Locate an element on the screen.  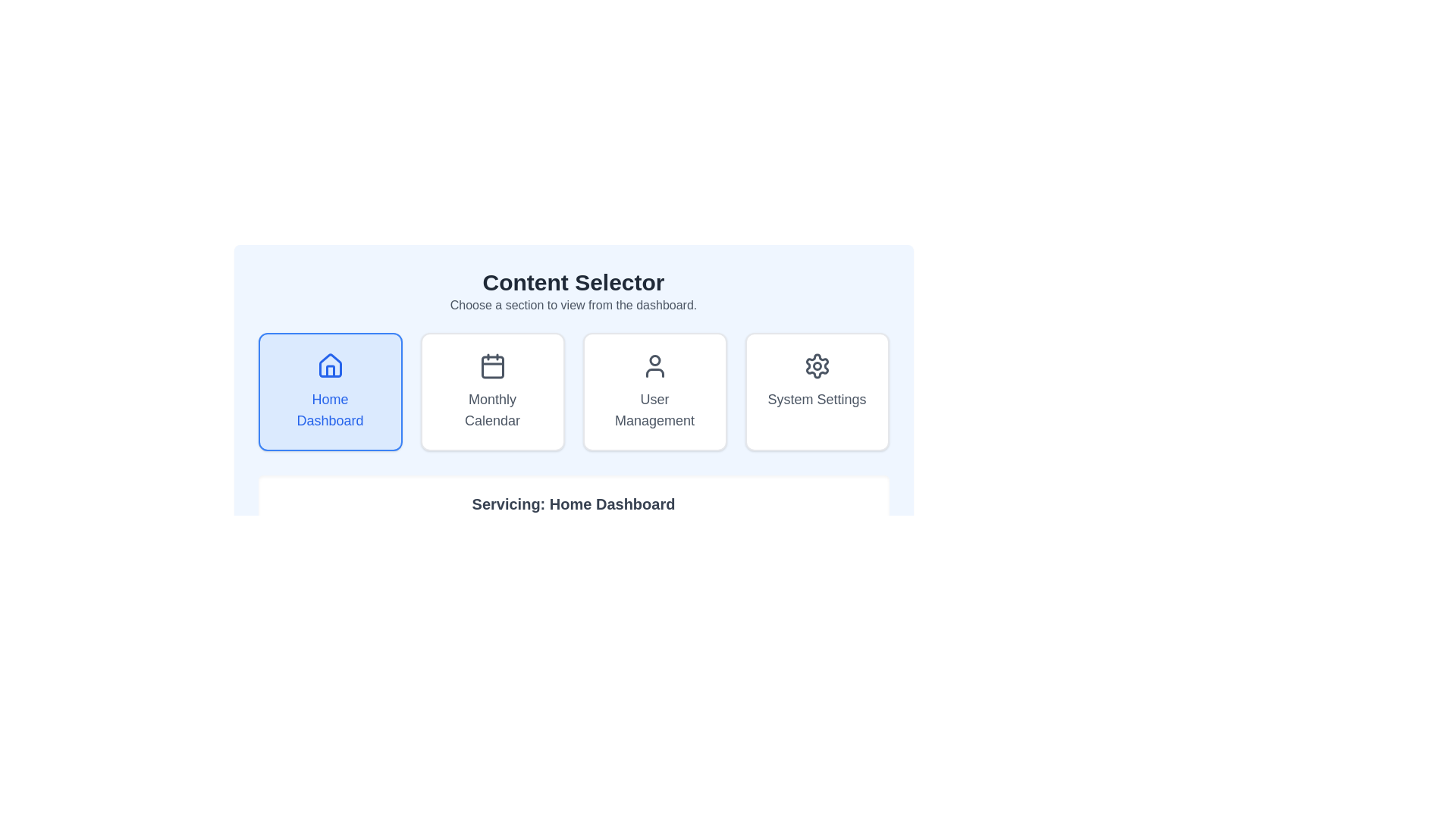
the circular dot located at the center of the gear icon in the 'System Settings' section, which is positioned to the far right of the 'Content Selector' options is located at coordinates (816, 366).